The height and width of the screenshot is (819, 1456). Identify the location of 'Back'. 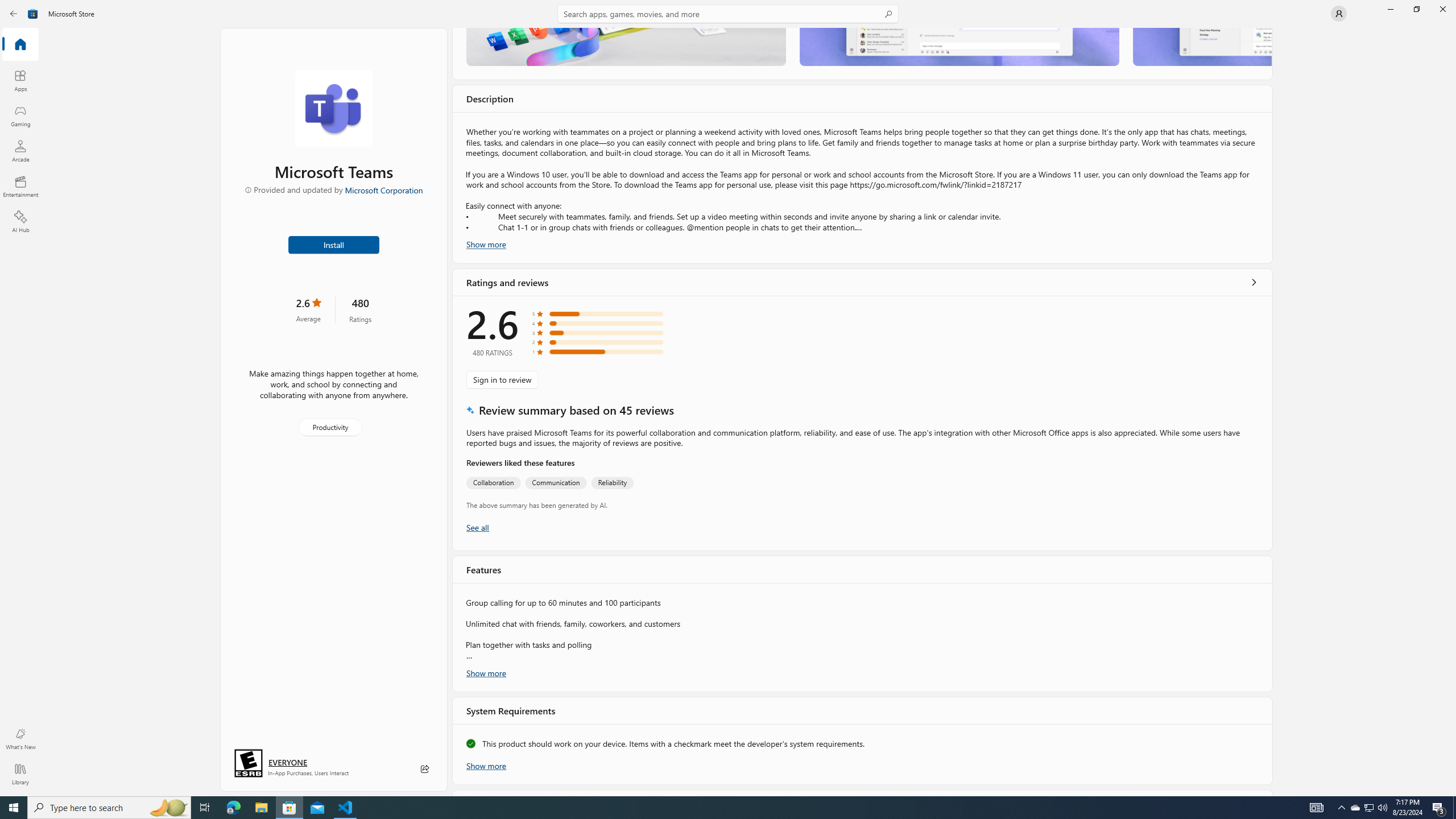
(14, 13).